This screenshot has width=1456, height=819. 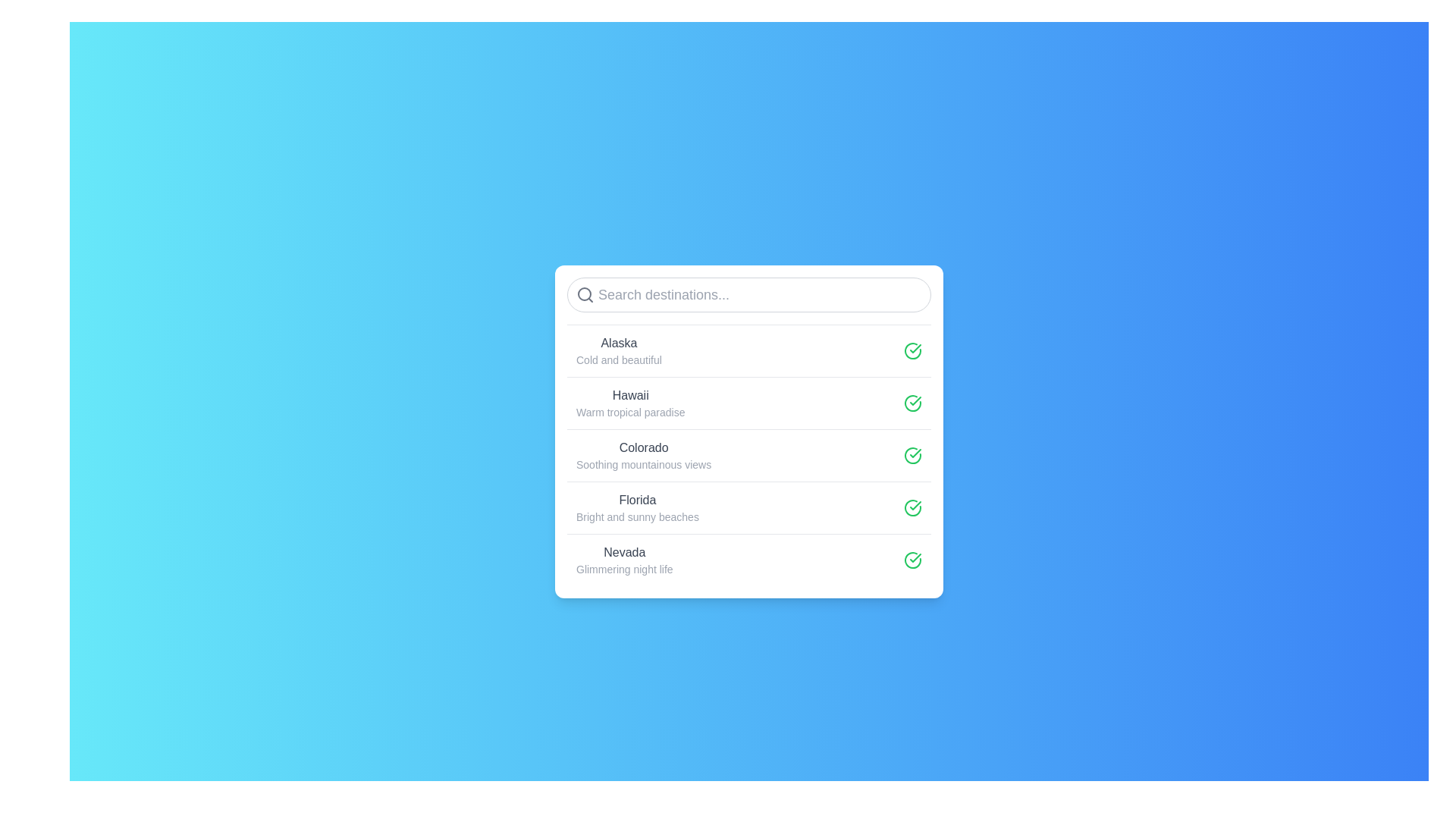 I want to click on the confirmation icon associated with the 'Nevada' entry in the list item, indicating a successful state or acknowledgment, so click(x=912, y=559).